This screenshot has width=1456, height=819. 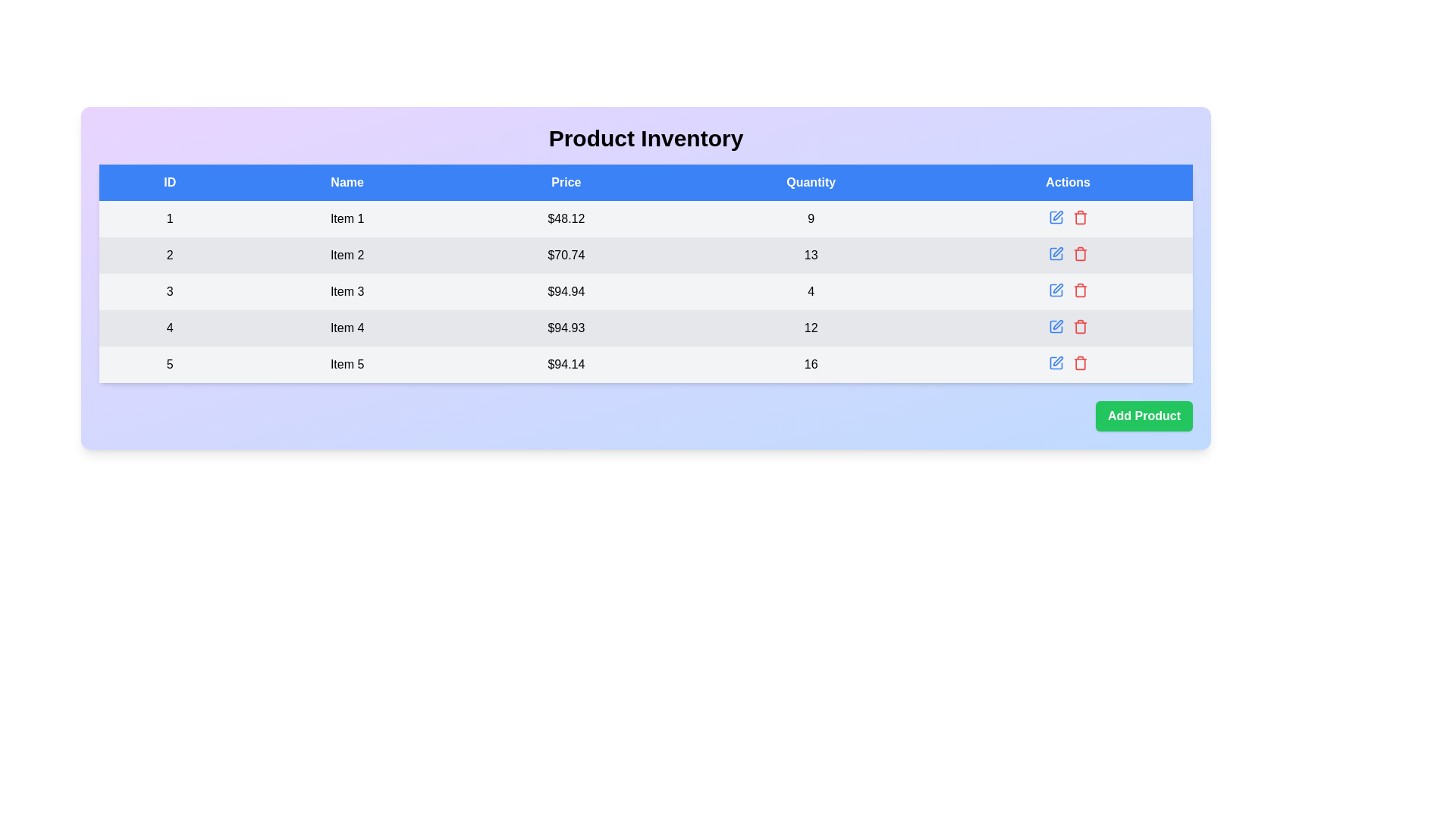 What do you see at coordinates (810, 365) in the screenshot?
I see `the table cell displaying the number '16'` at bounding box center [810, 365].